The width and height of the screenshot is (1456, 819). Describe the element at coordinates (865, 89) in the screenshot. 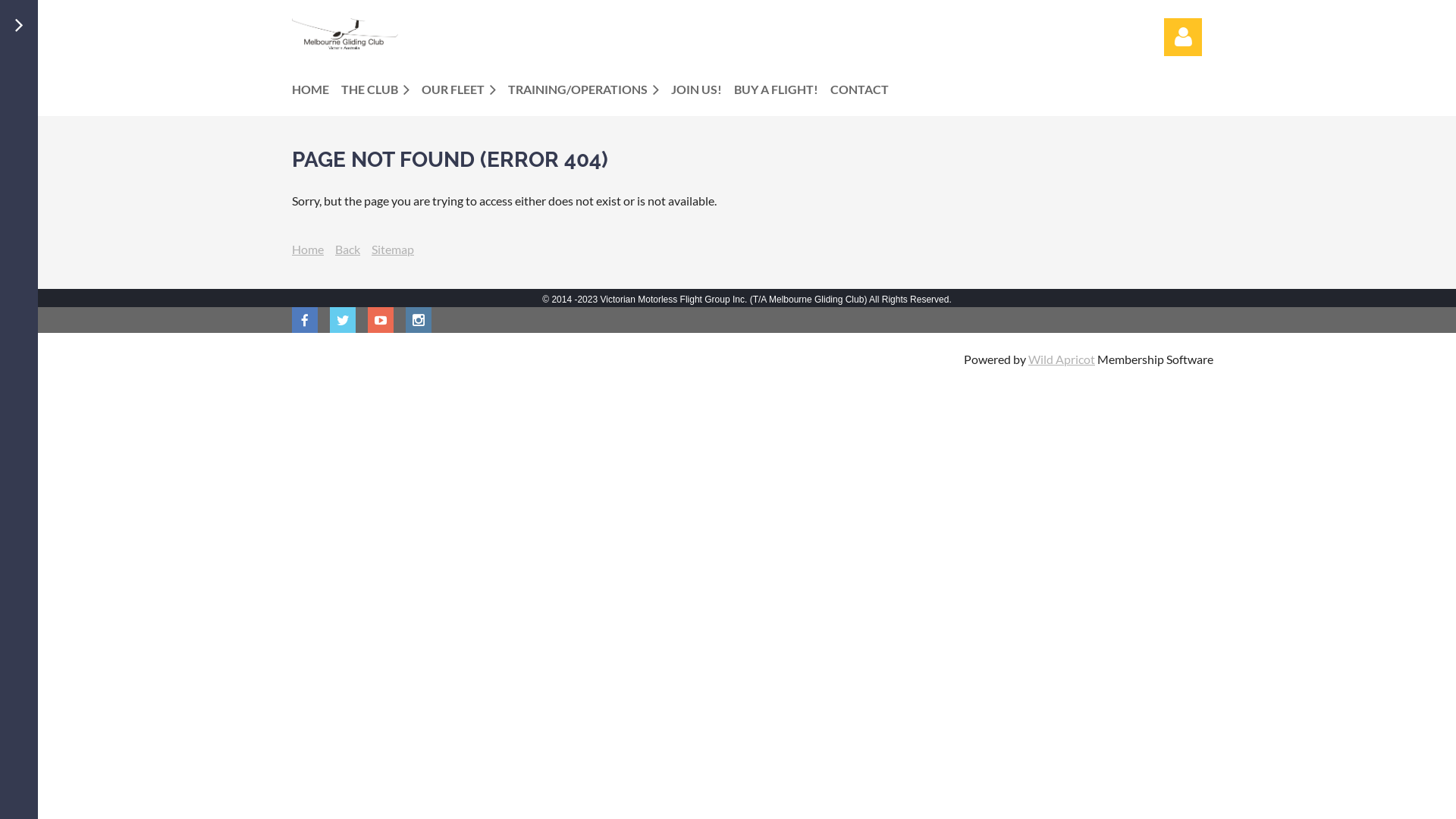

I see `'CONTACT'` at that location.